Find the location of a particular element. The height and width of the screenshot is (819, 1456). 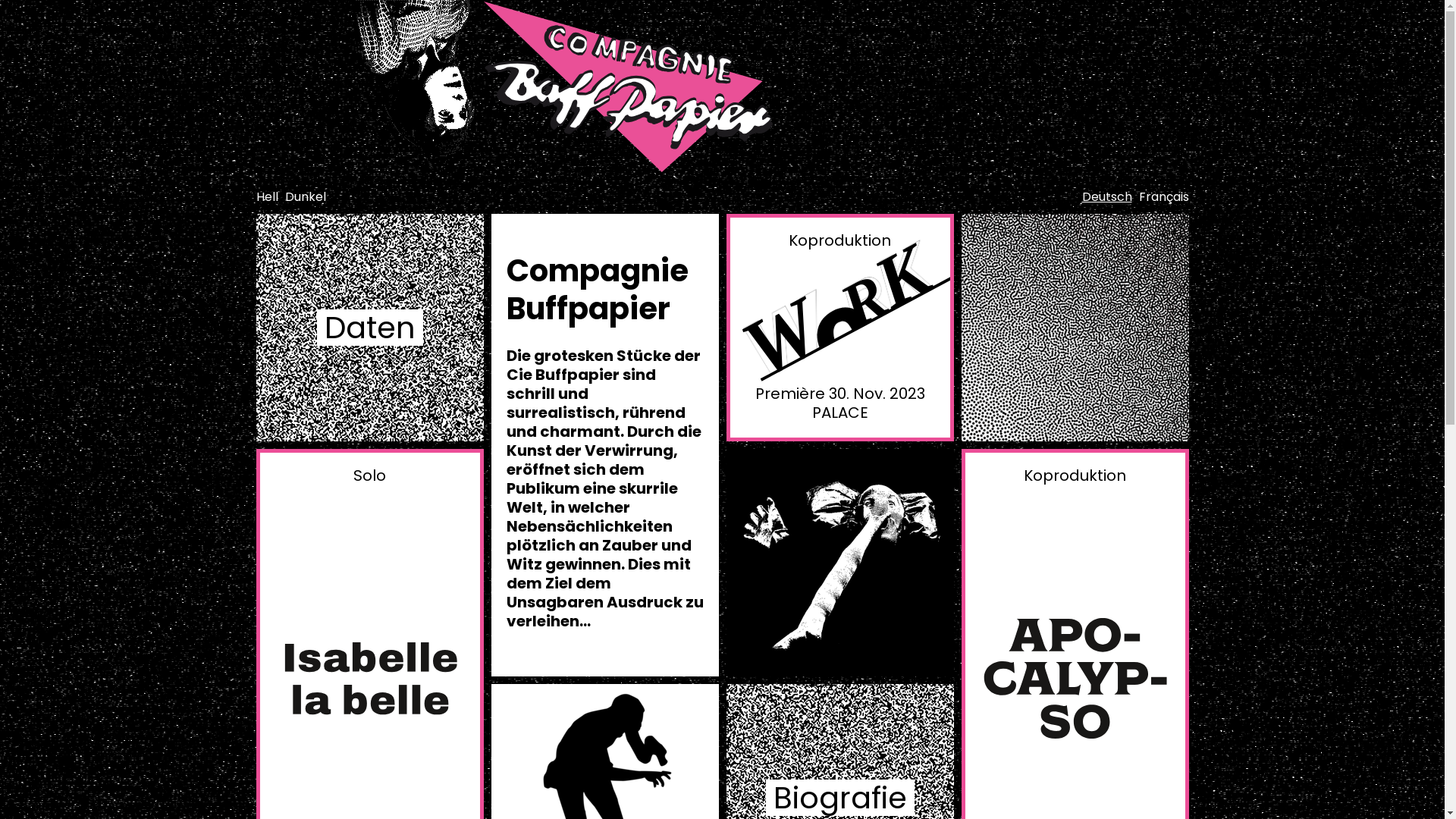

'Daten' is located at coordinates (370, 327).